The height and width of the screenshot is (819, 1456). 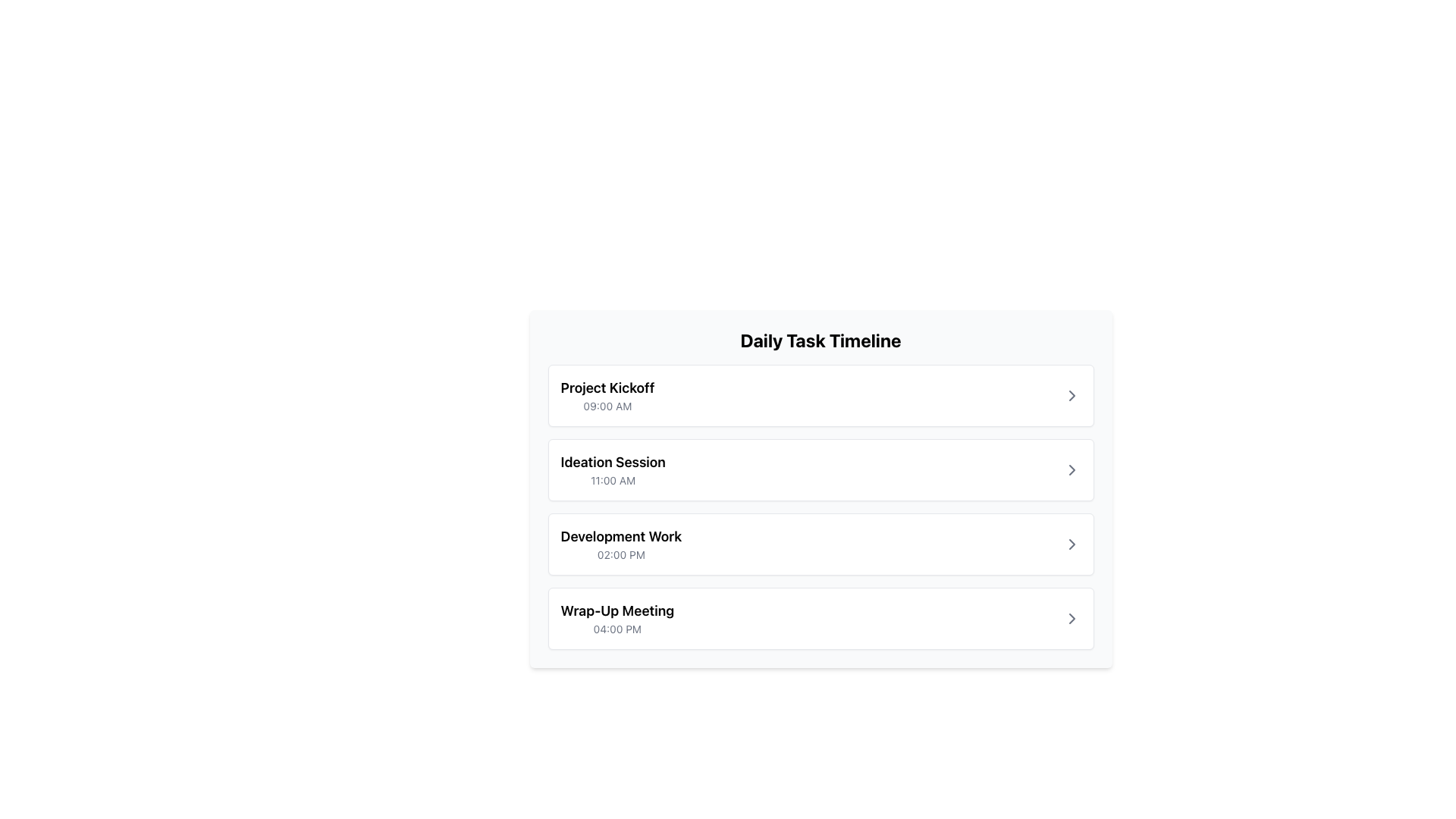 What do you see at coordinates (617, 619) in the screenshot?
I see `the Textual Display Element that shows 'Wrap-Up Meeting' and '04:00 PM', which is the fourth item in the Daily Task Timeline card` at bounding box center [617, 619].